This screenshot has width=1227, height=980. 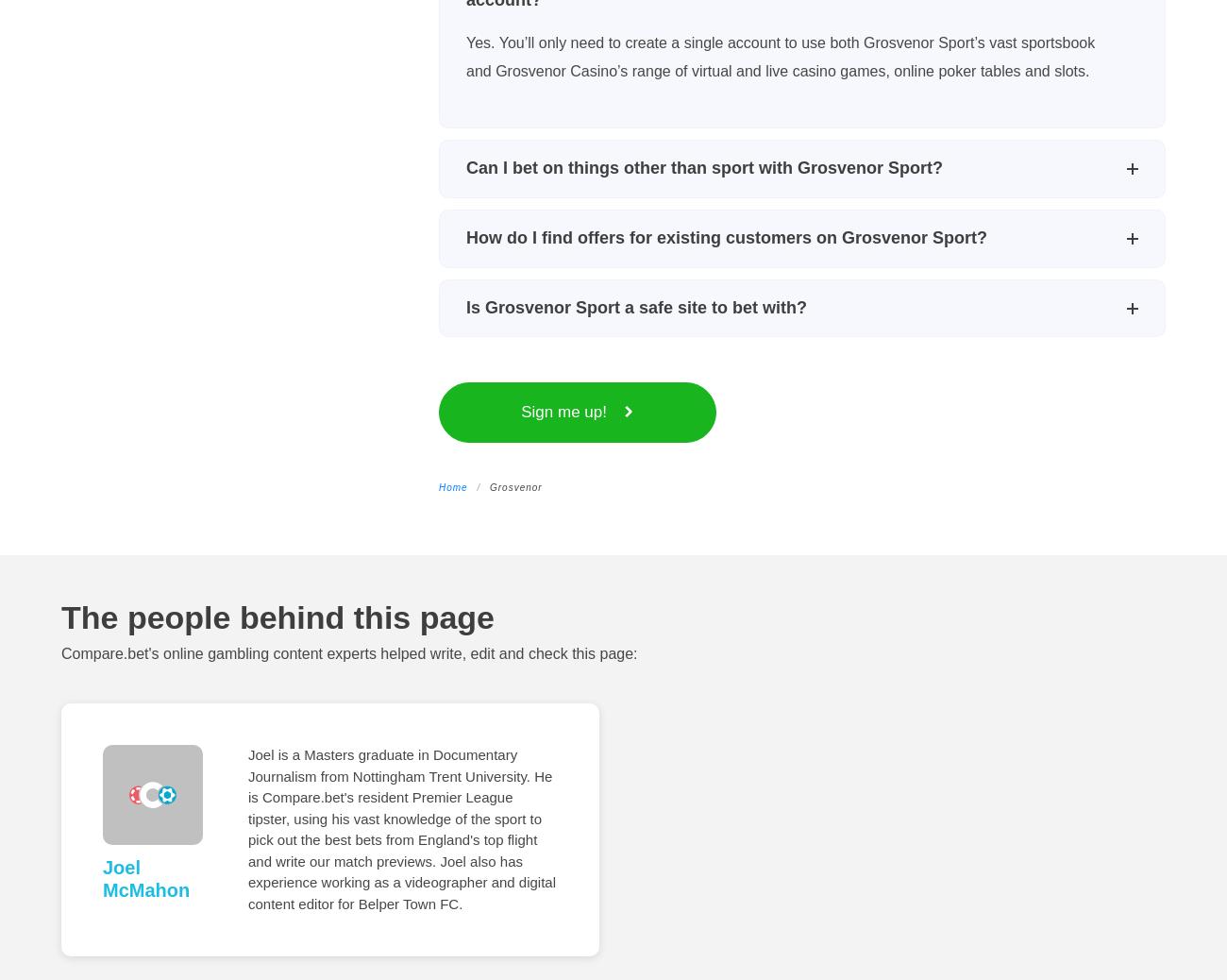 I want to click on 'Joel McMahon', so click(x=144, y=878).